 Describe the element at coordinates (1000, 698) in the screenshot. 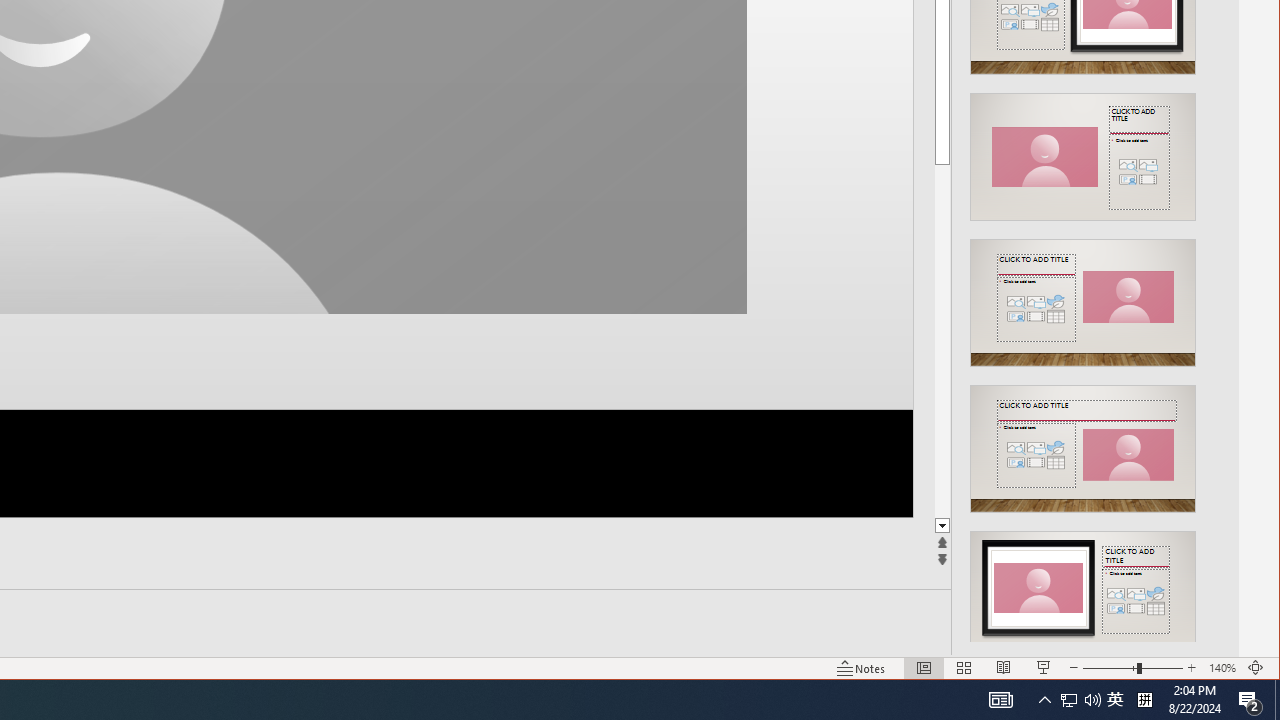

I see `'AutomationID: 4105'` at that location.